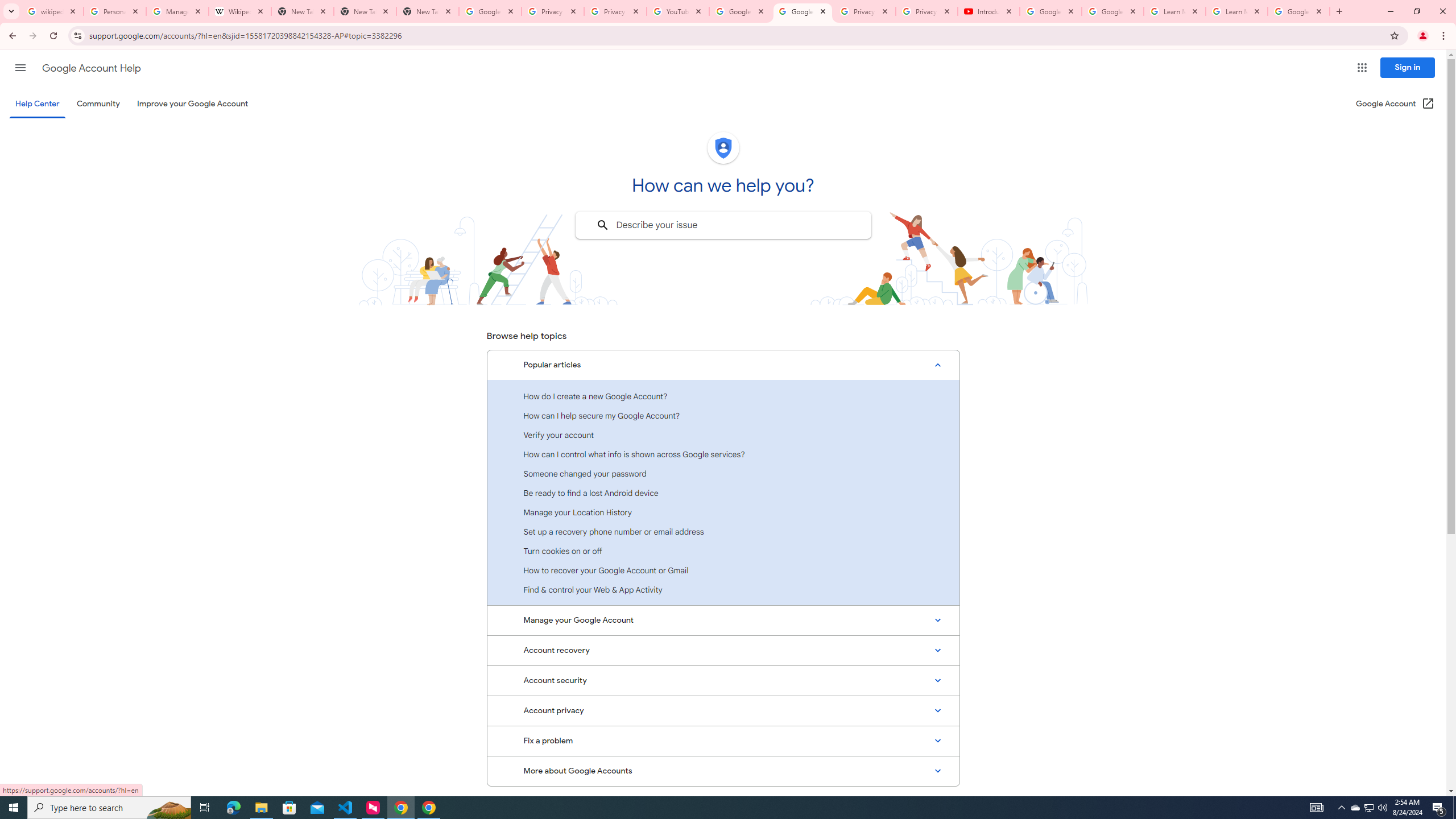 This screenshot has height=819, width=1456. What do you see at coordinates (723, 473) in the screenshot?
I see `'Someone changed your password'` at bounding box center [723, 473].